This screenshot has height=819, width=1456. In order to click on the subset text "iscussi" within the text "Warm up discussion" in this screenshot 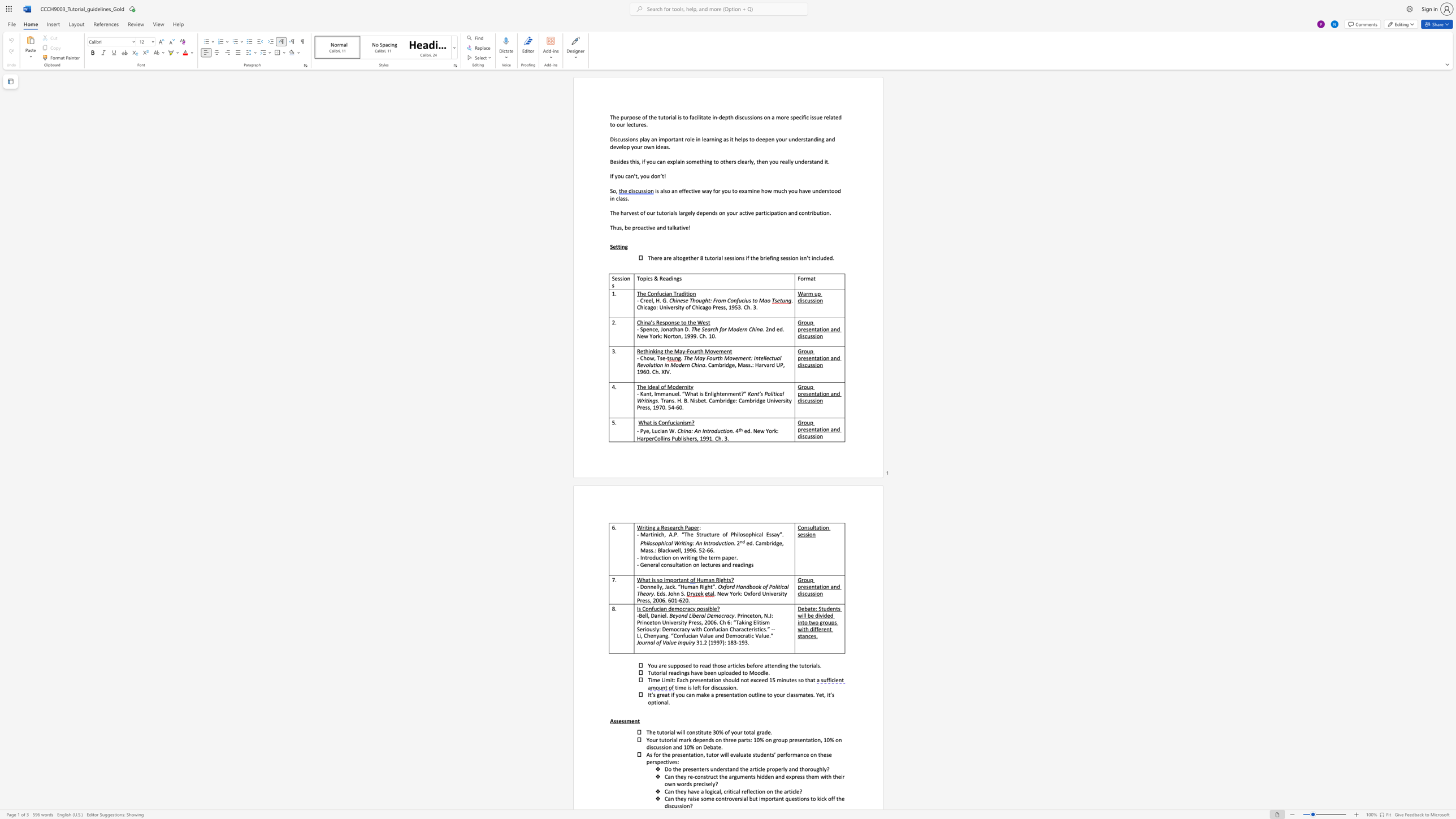, I will do `click(800, 300)`.